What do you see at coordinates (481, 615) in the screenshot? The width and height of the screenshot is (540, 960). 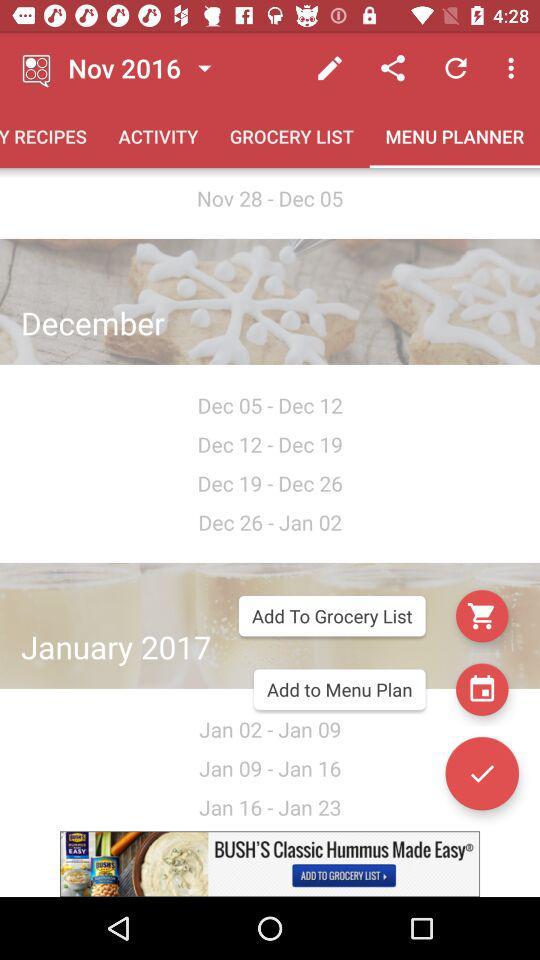 I see `the cart icon` at bounding box center [481, 615].